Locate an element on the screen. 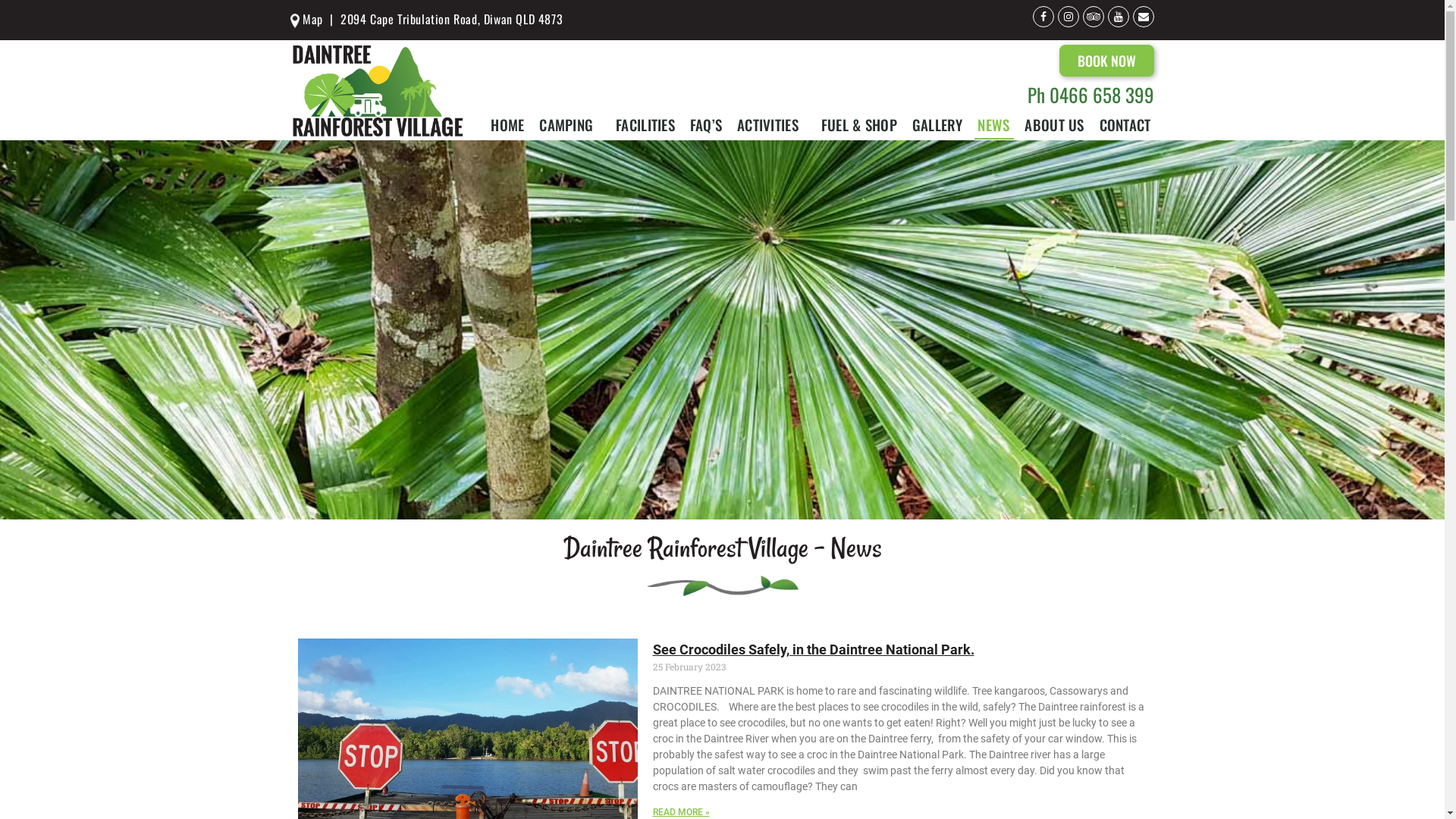 The image size is (1456, 819). 'BOOK NOW' is located at coordinates (1106, 60).